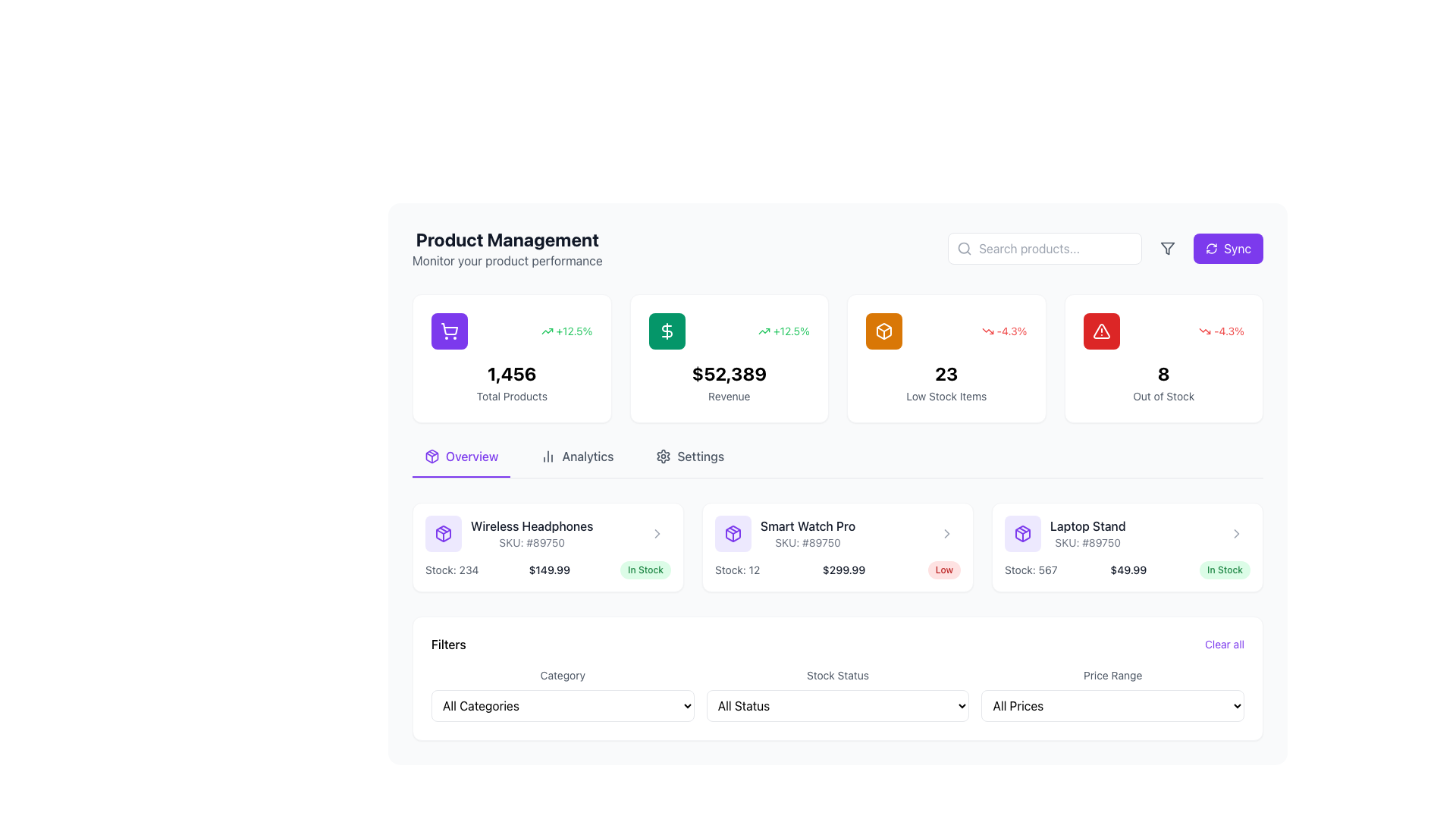  I want to click on the square icon with rounded corners featuring a light violet background and a violet outlined cube, located to the left of the 'Wireless Headphones SKU: #89750' description, so click(443, 533).